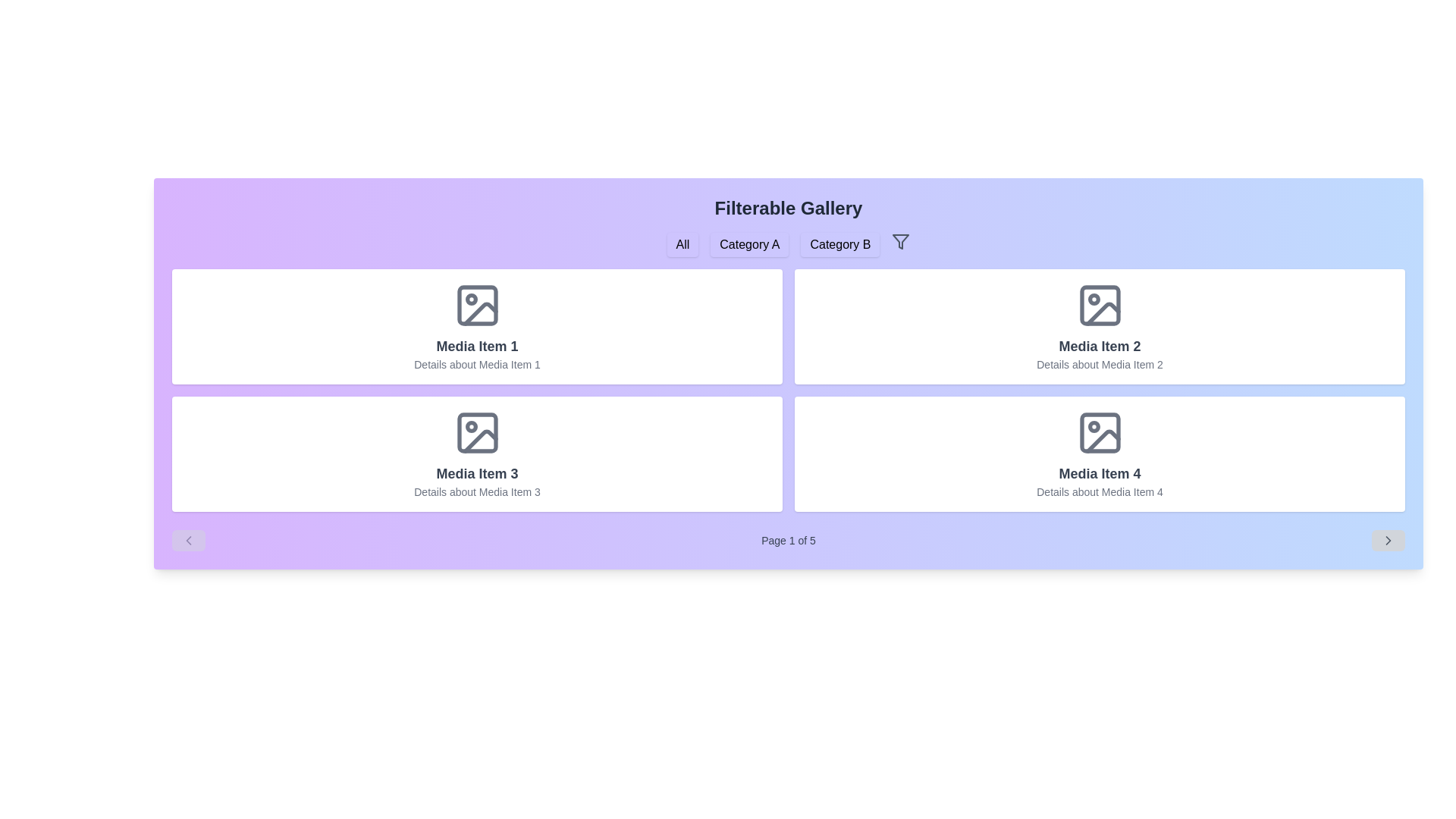  What do you see at coordinates (476, 491) in the screenshot?
I see `the text element displaying 'Details about Media Item 3' which is centrally aligned and positioned below the heading 'Media Item 3'` at bounding box center [476, 491].